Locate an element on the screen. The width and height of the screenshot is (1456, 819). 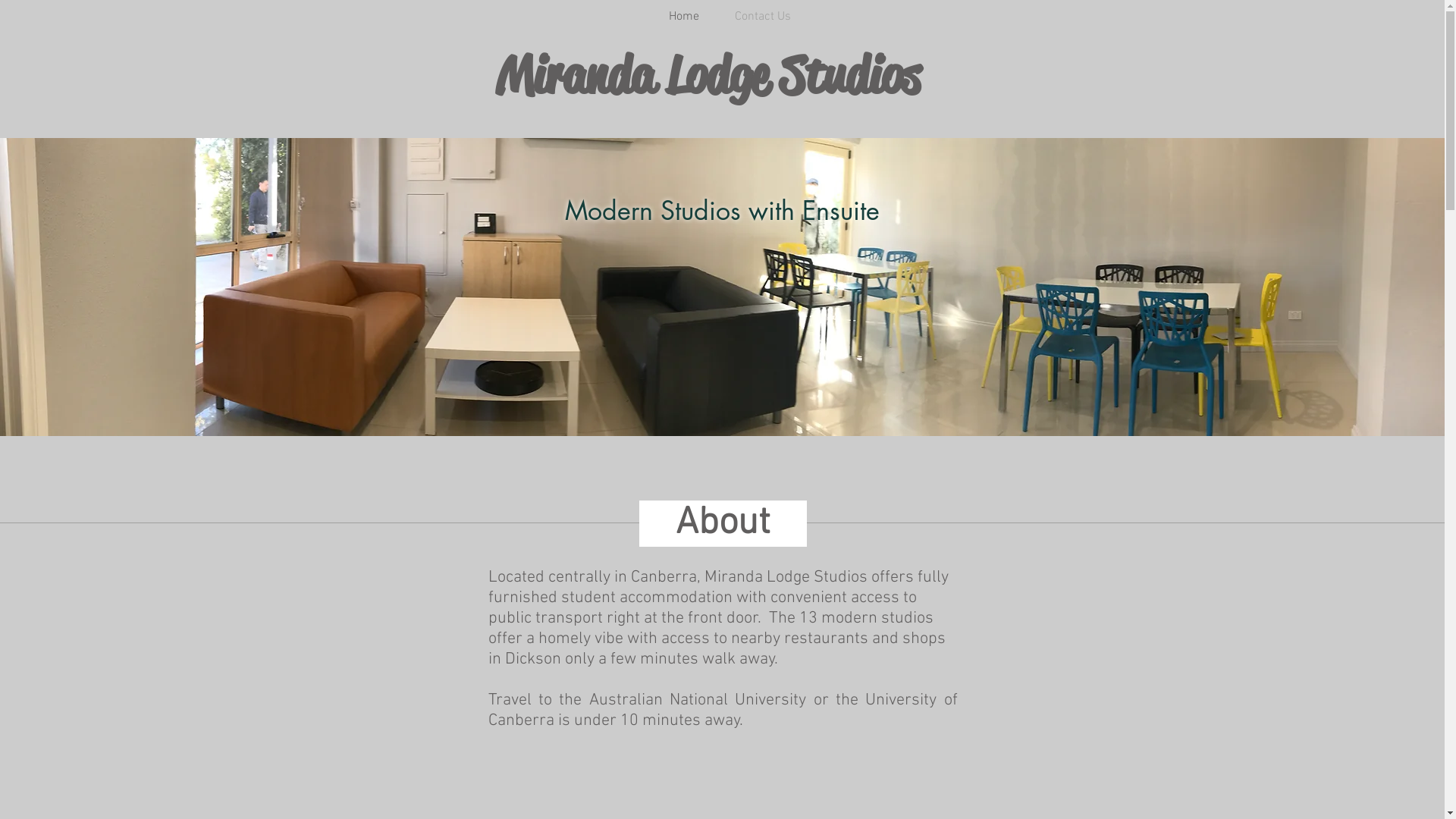
'Contact Us' is located at coordinates (723, 17).